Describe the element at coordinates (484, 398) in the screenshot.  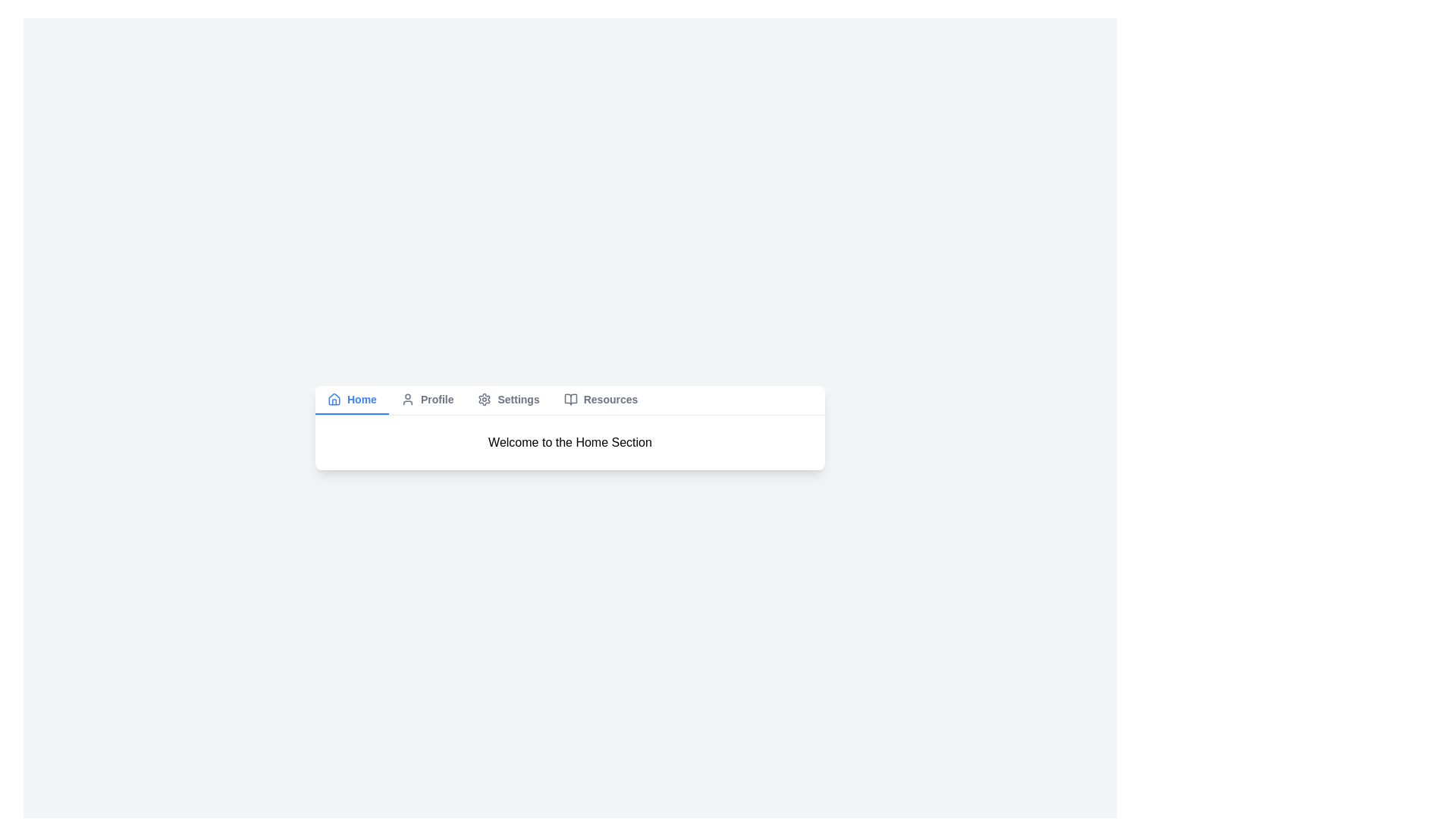
I see `the gear-shaped settings icon located in the navigation bar` at that location.